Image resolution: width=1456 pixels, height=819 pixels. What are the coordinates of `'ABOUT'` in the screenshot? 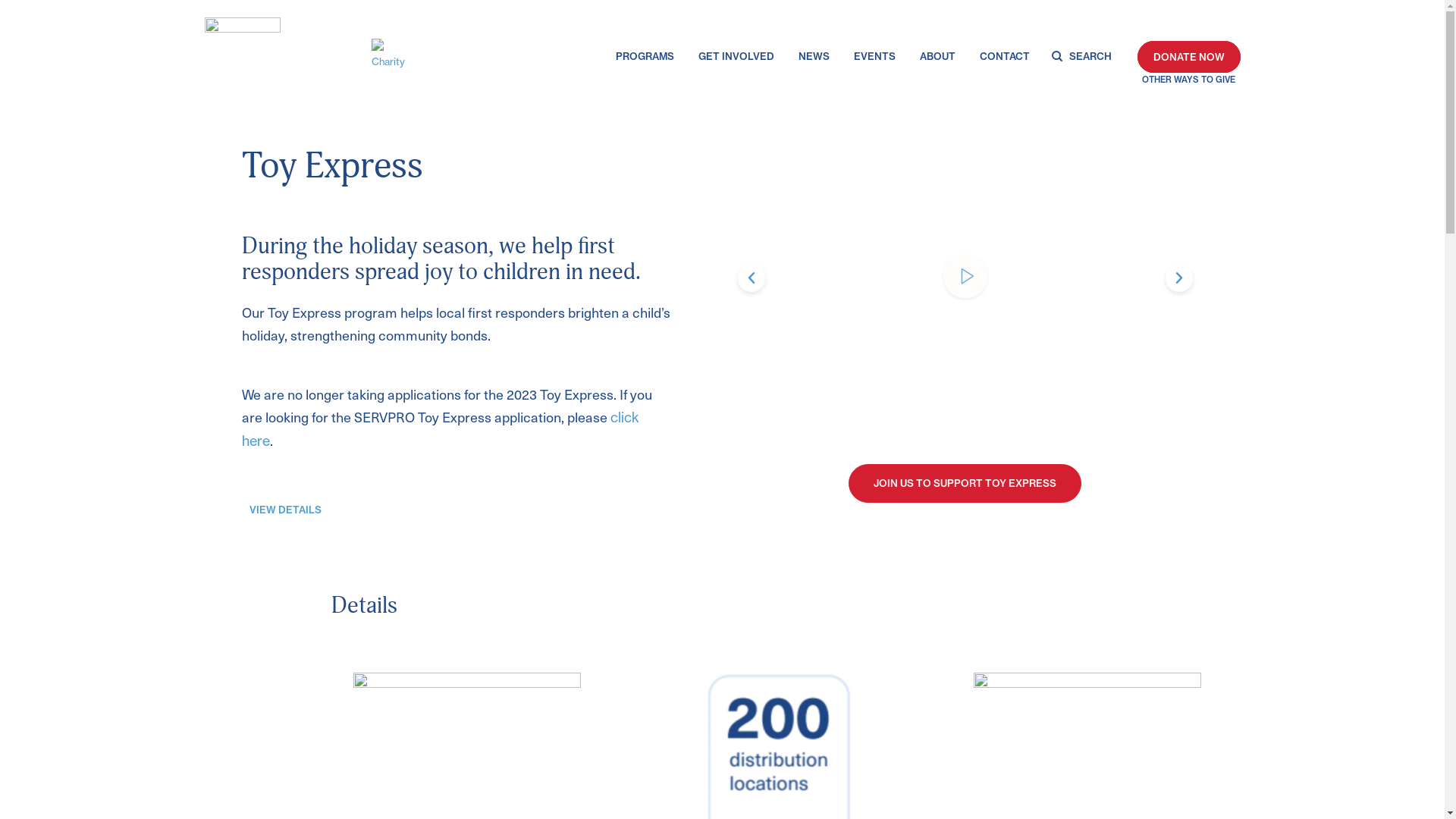 It's located at (937, 58).